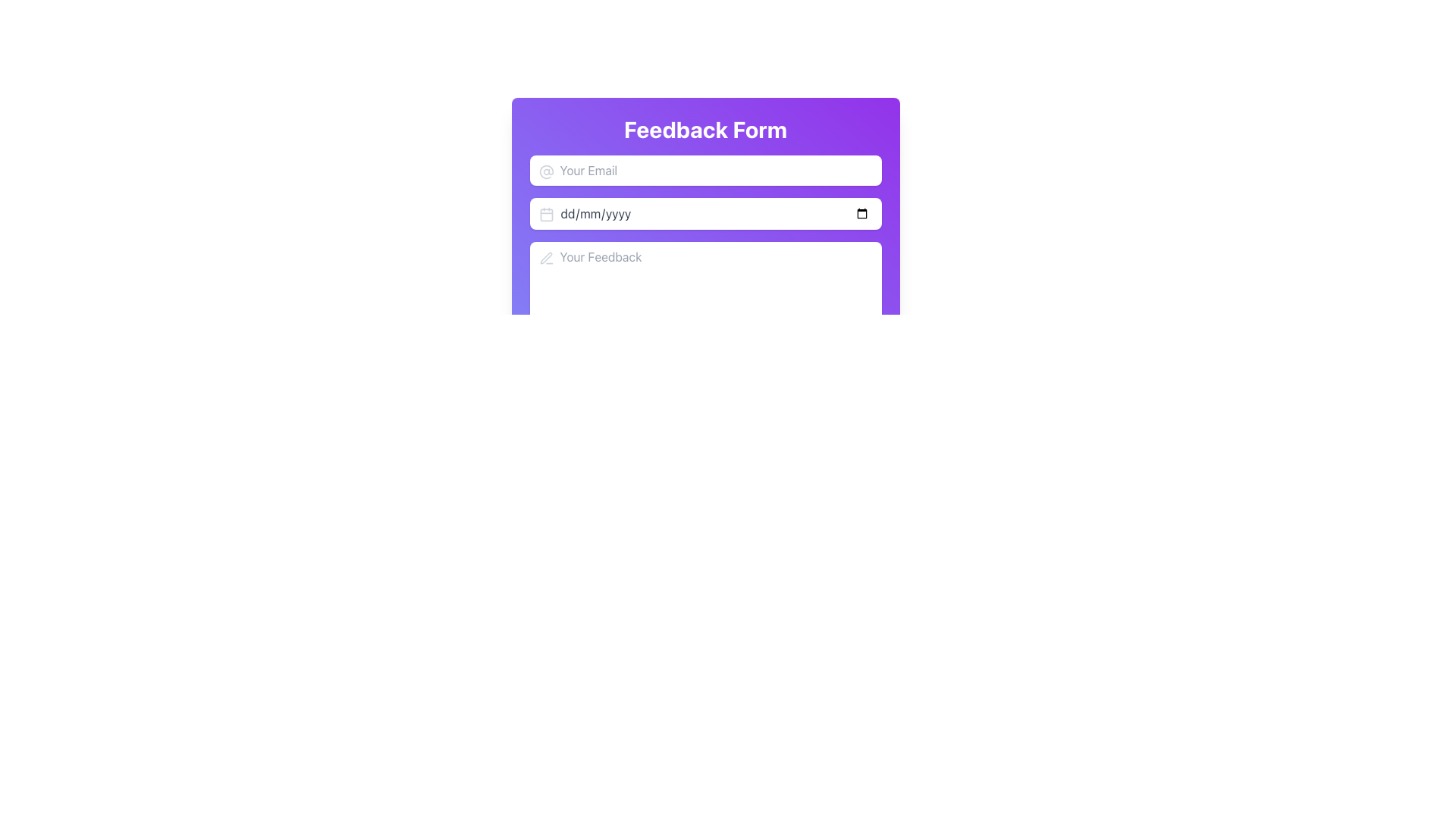 Image resolution: width=1456 pixels, height=819 pixels. Describe the element at coordinates (546, 257) in the screenshot. I see `the icon located to the left of the 'Your Feedback' text area in the 'Feedback Form' interface, which serves as a trigger for adding or editing content` at that location.